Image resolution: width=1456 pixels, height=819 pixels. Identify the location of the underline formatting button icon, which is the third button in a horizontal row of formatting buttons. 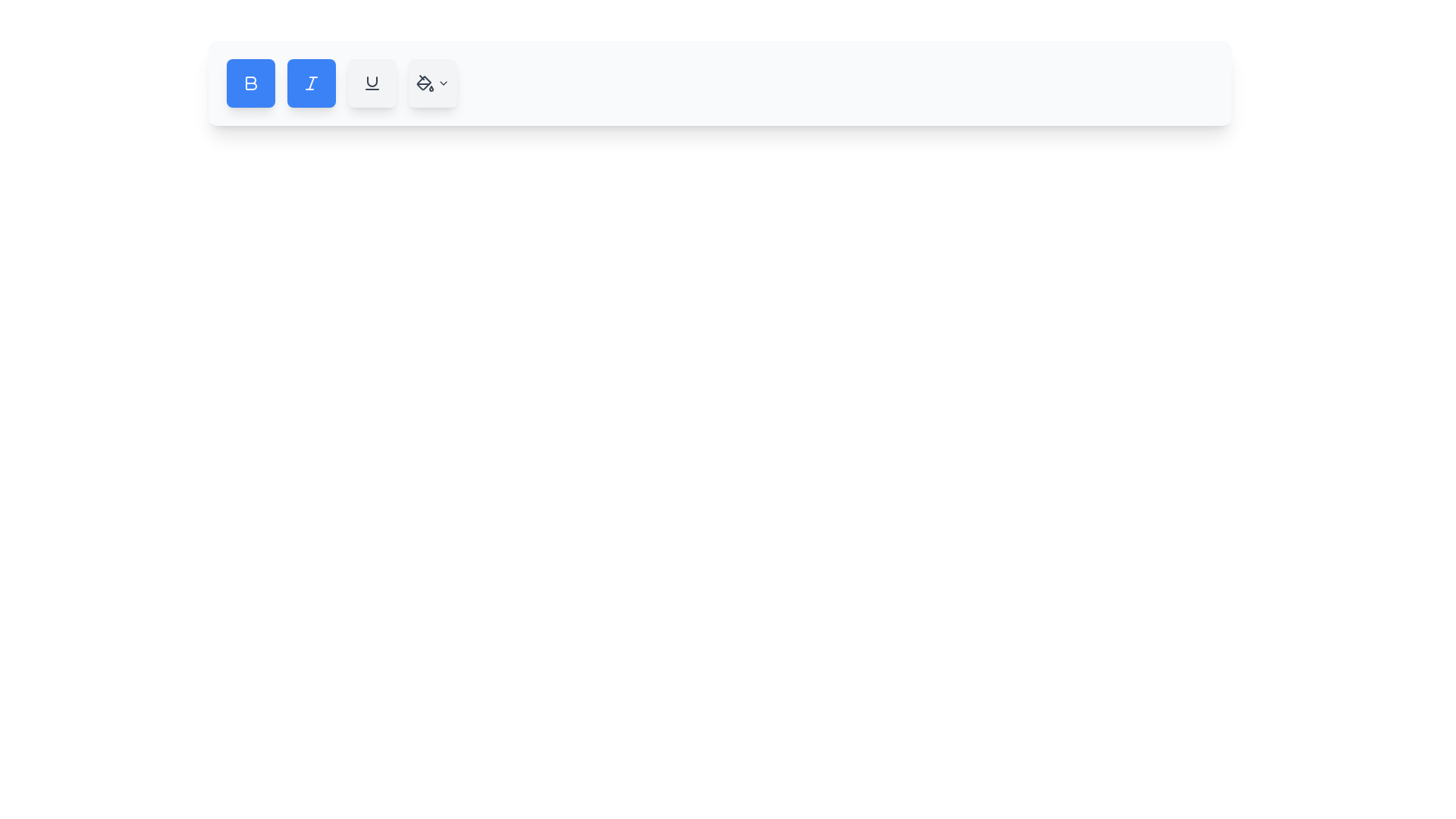
(372, 83).